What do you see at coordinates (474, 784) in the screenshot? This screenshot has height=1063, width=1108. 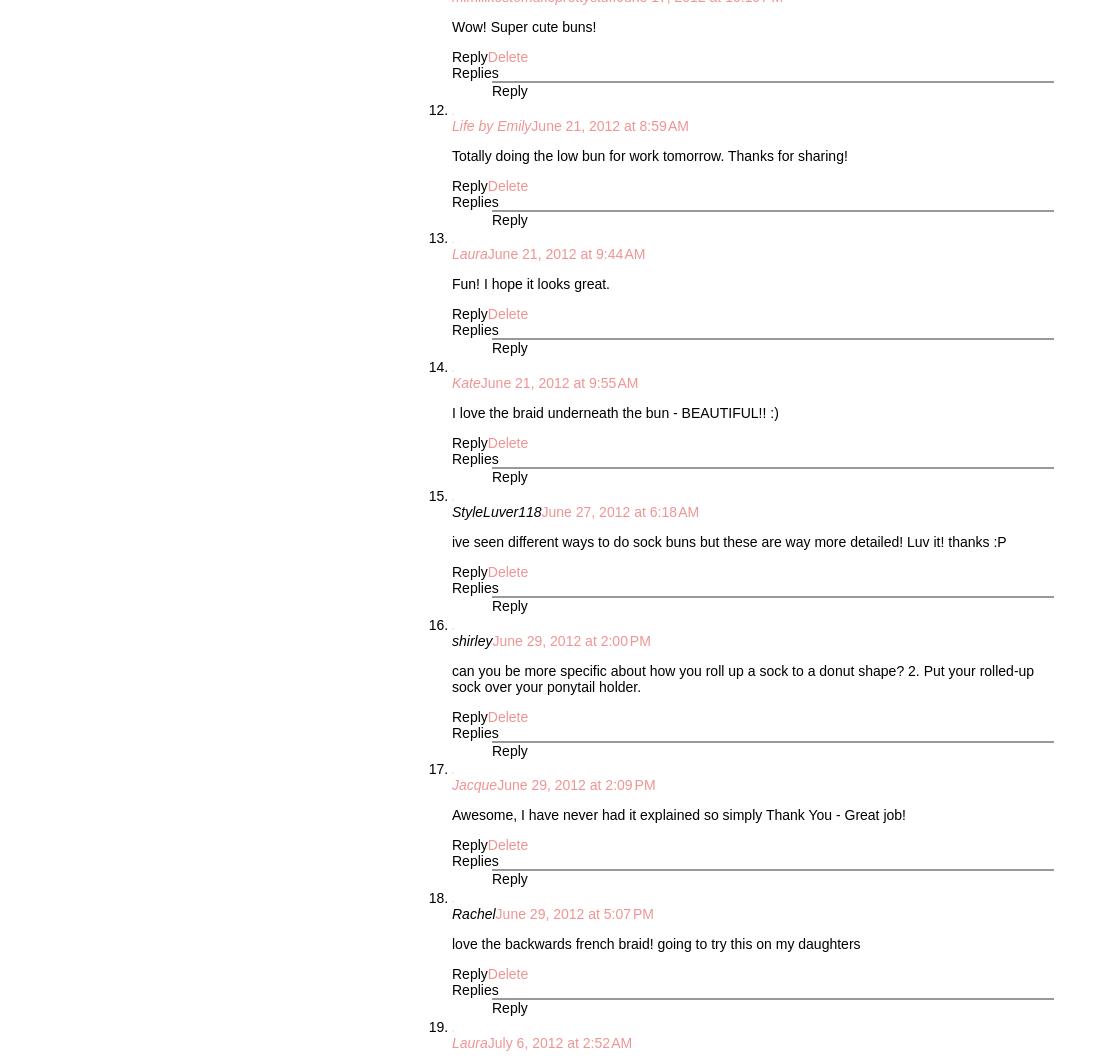 I see `'Jacque'` at bounding box center [474, 784].